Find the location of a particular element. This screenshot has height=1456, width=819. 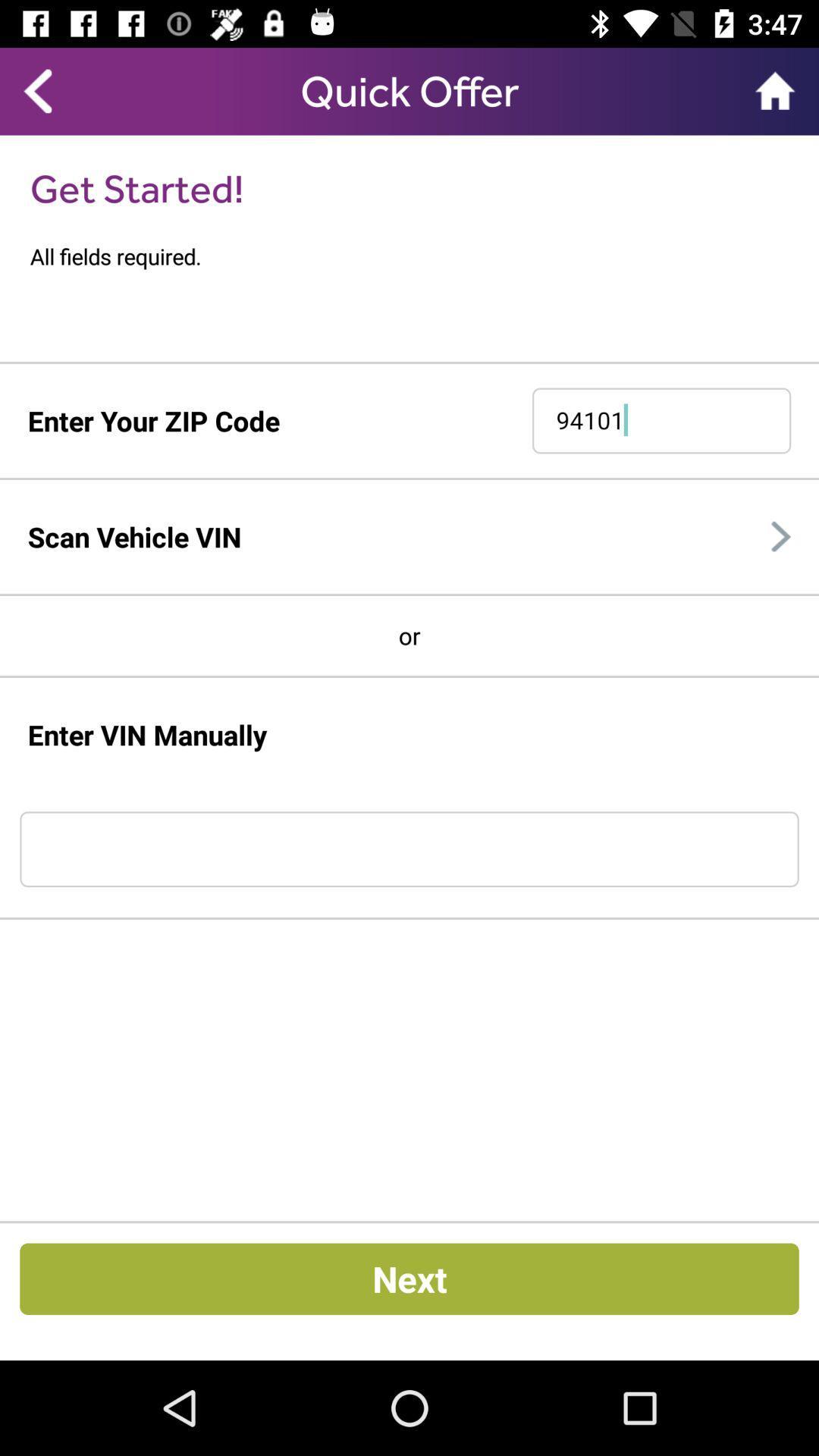

item to the right of quick offer item is located at coordinates (775, 89).